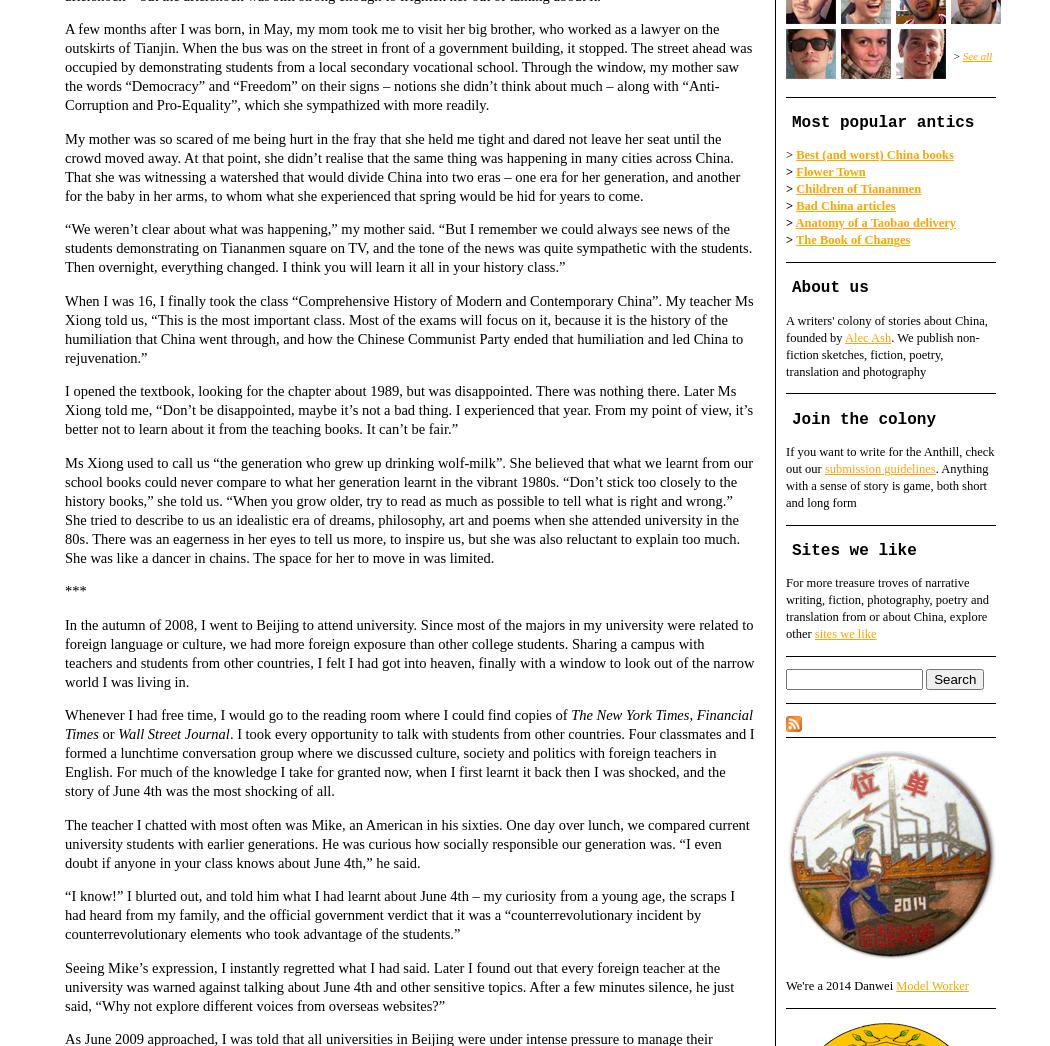 This screenshot has height=1046, width=1050. Describe the element at coordinates (853, 550) in the screenshot. I see `'Sites we like'` at that location.